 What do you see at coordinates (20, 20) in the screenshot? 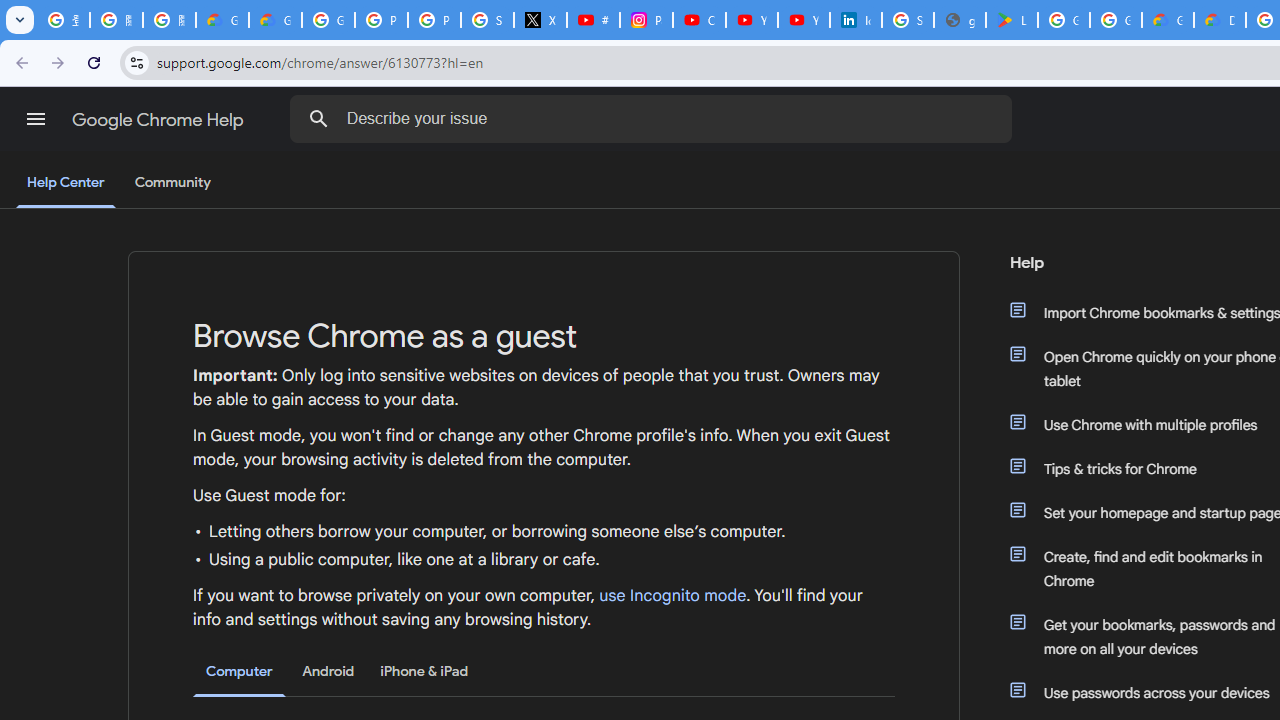
I see `'Search tabs'` at bounding box center [20, 20].